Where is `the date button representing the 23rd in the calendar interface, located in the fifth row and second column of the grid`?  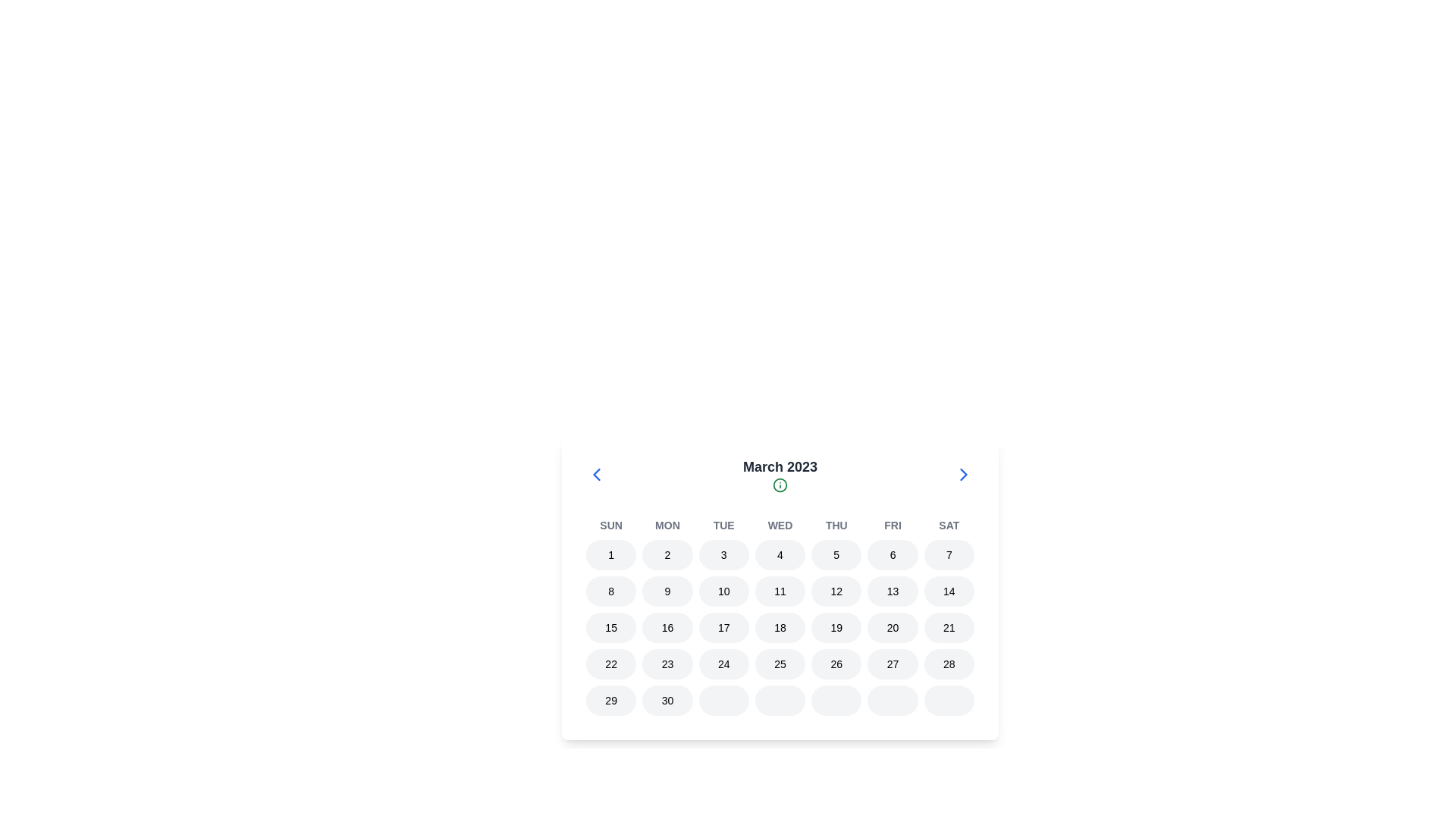
the date button representing the 23rd in the calendar interface, located in the fifth row and second column of the grid is located at coordinates (667, 663).